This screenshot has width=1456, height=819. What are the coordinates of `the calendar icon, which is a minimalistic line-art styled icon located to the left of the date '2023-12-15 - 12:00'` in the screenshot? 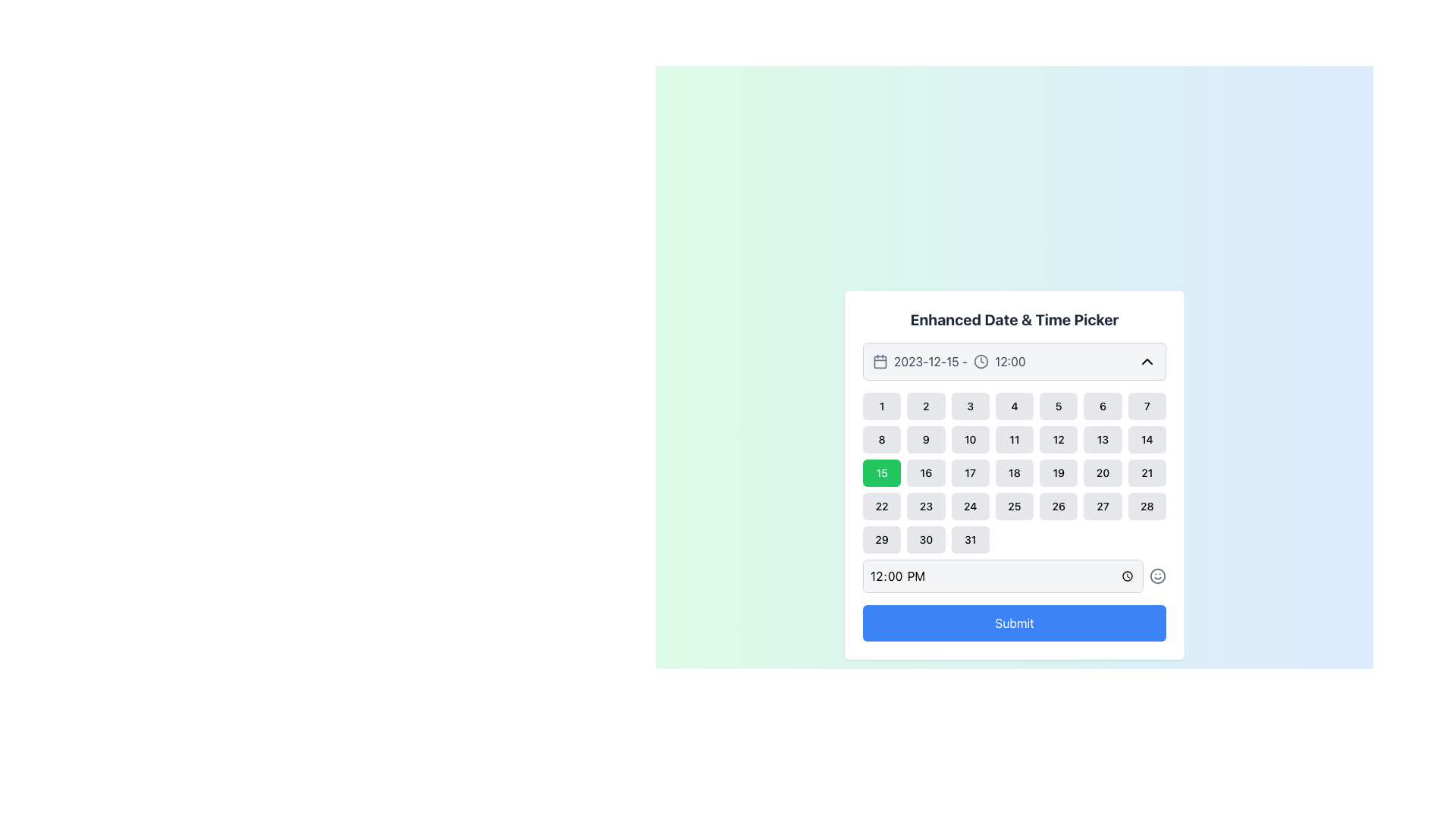 It's located at (880, 362).